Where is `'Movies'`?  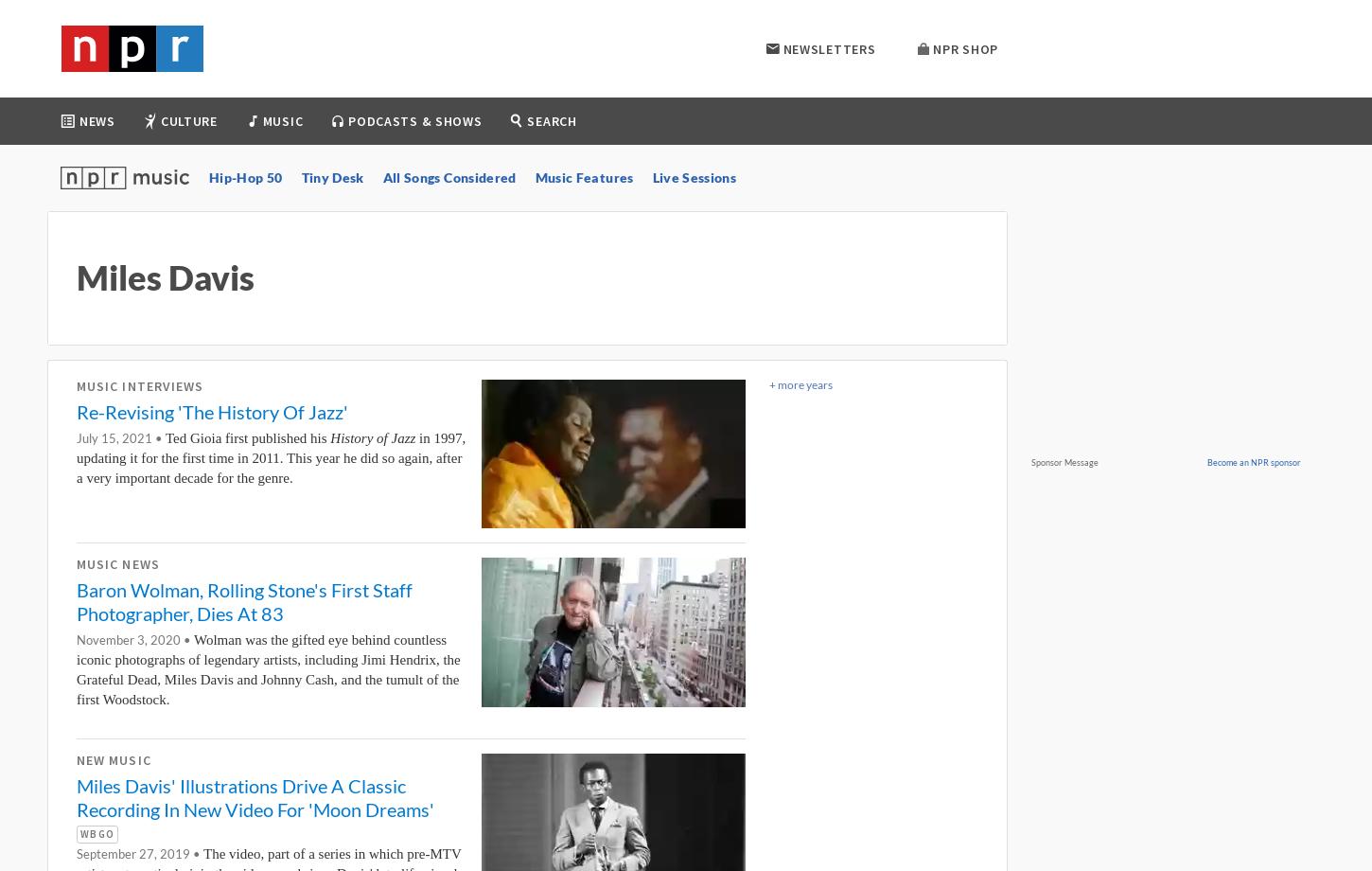
'Movies' is located at coordinates (320, 182).